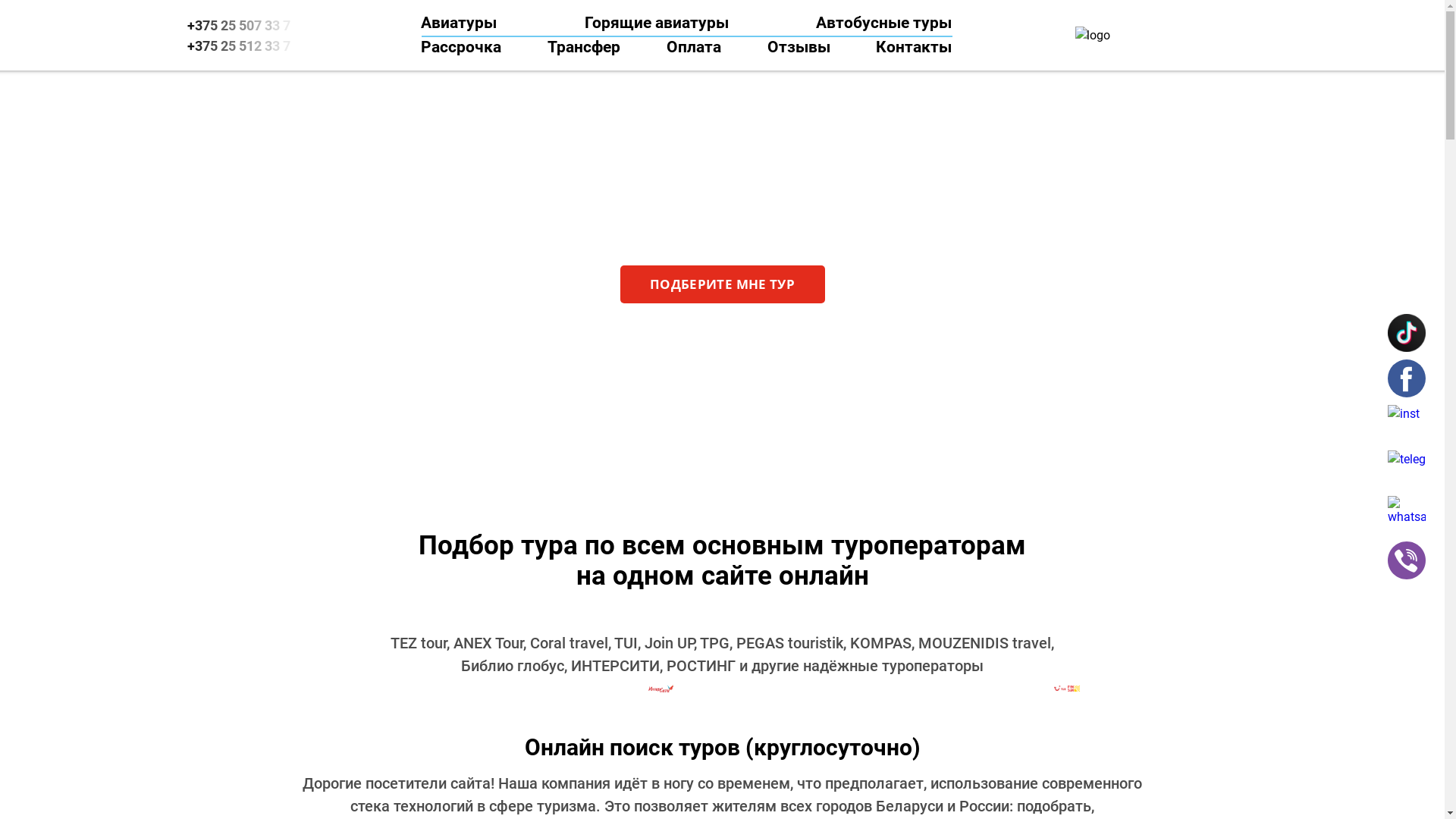 Image resolution: width=1456 pixels, height=819 pixels. What do you see at coordinates (243, 44) in the screenshot?
I see `'+375 25 512 33 7'` at bounding box center [243, 44].